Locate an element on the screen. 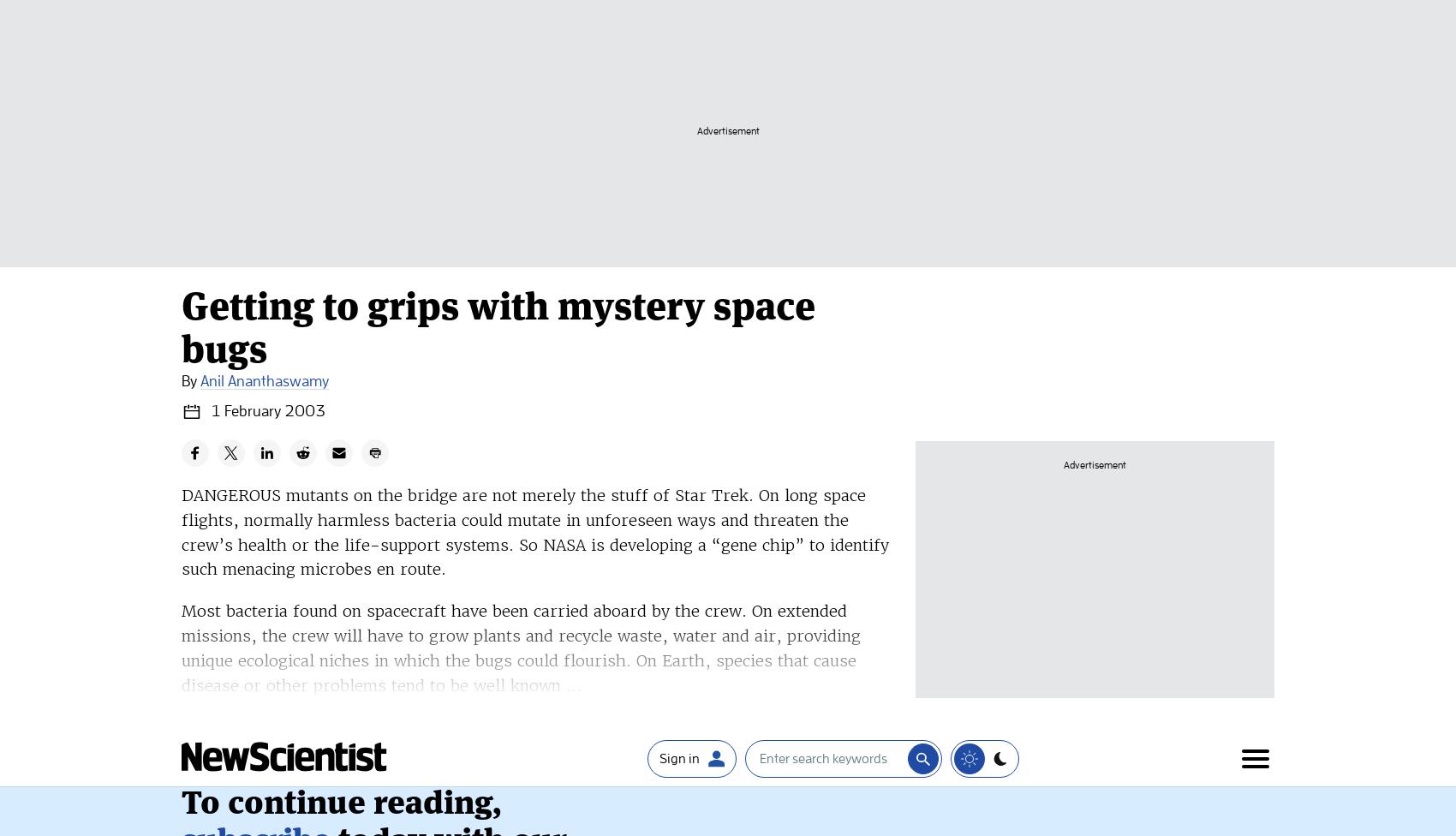 The width and height of the screenshot is (1456, 836). '*Cancel anytime within 14 days of payment to receive a refund on unserved issues.' is located at coordinates (355, 361).